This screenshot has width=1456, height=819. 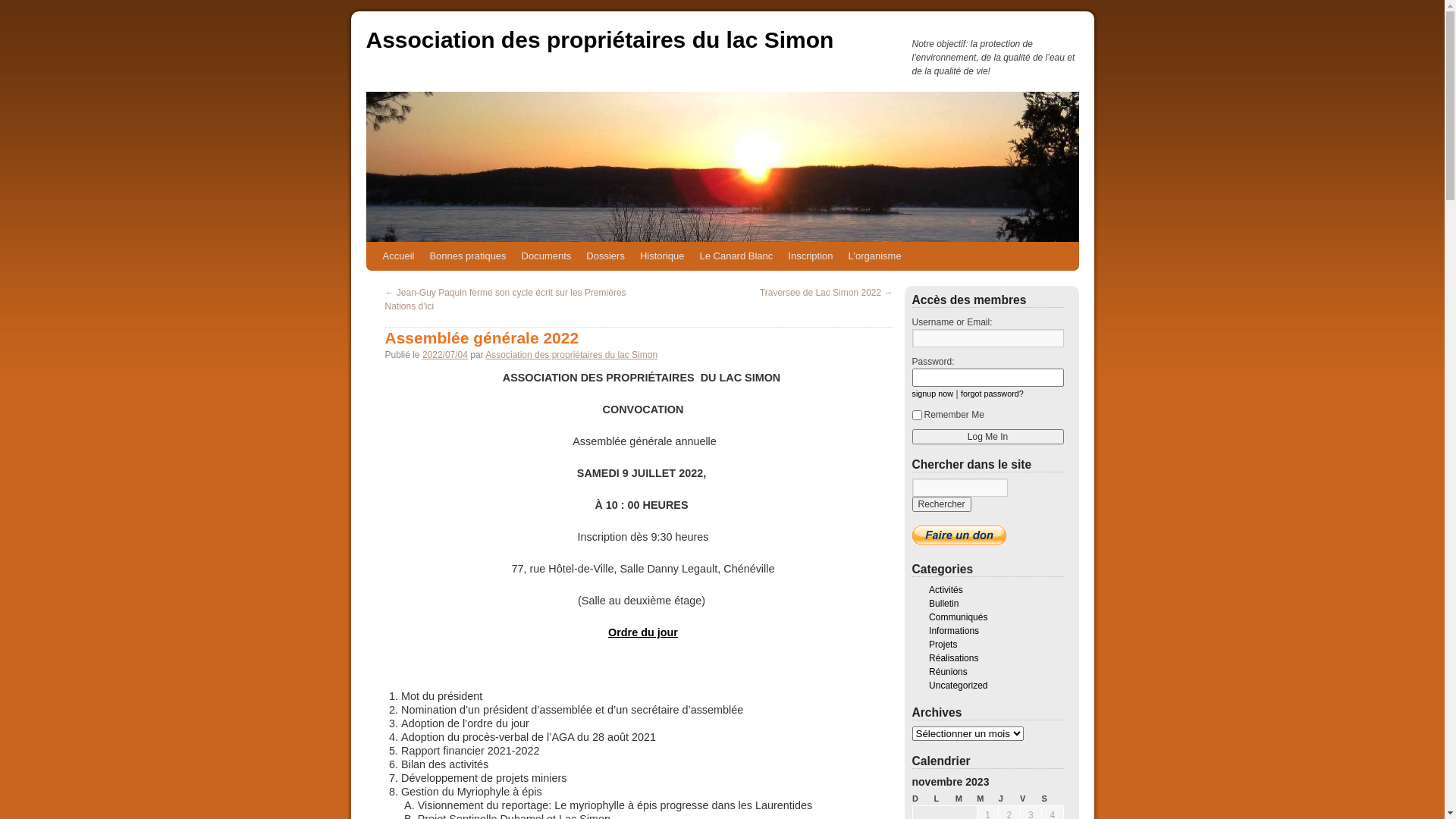 What do you see at coordinates (375, 256) in the screenshot?
I see `'Accueil'` at bounding box center [375, 256].